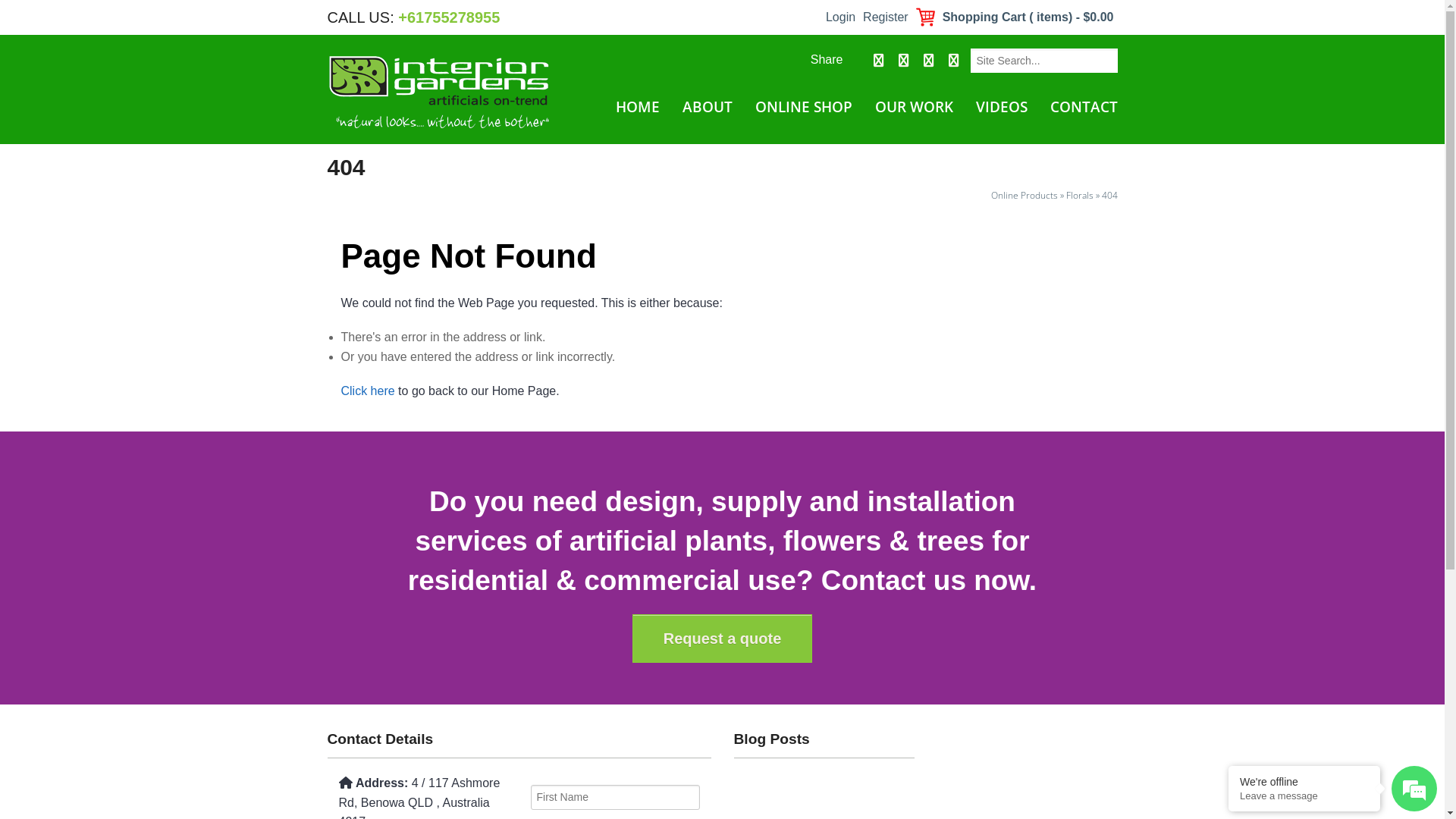 Image resolution: width=1456 pixels, height=819 pixels. I want to click on 'Click here', so click(368, 390).